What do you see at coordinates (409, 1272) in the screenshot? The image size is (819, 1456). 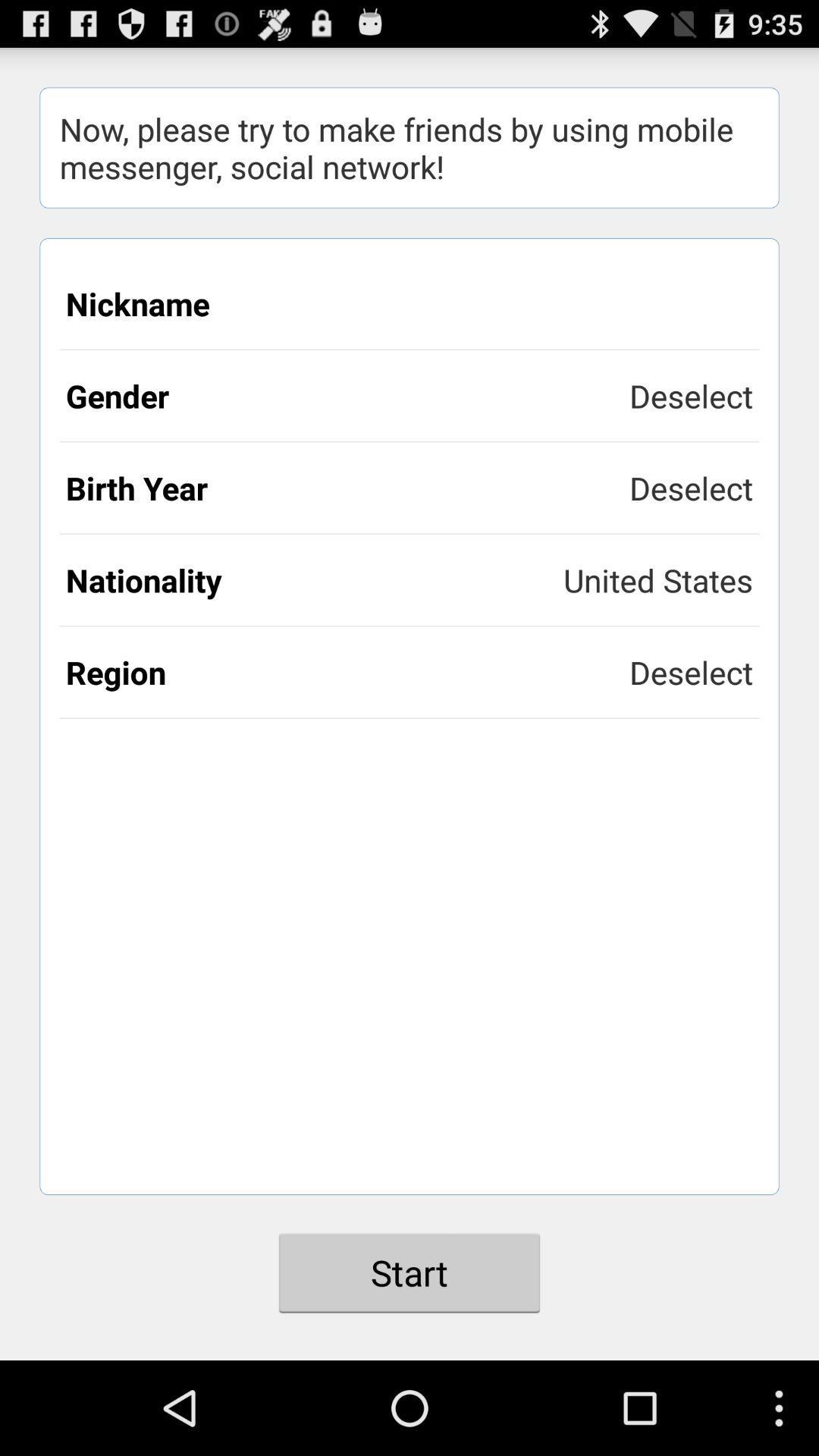 I see `start` at bounding box center [409, 1272].